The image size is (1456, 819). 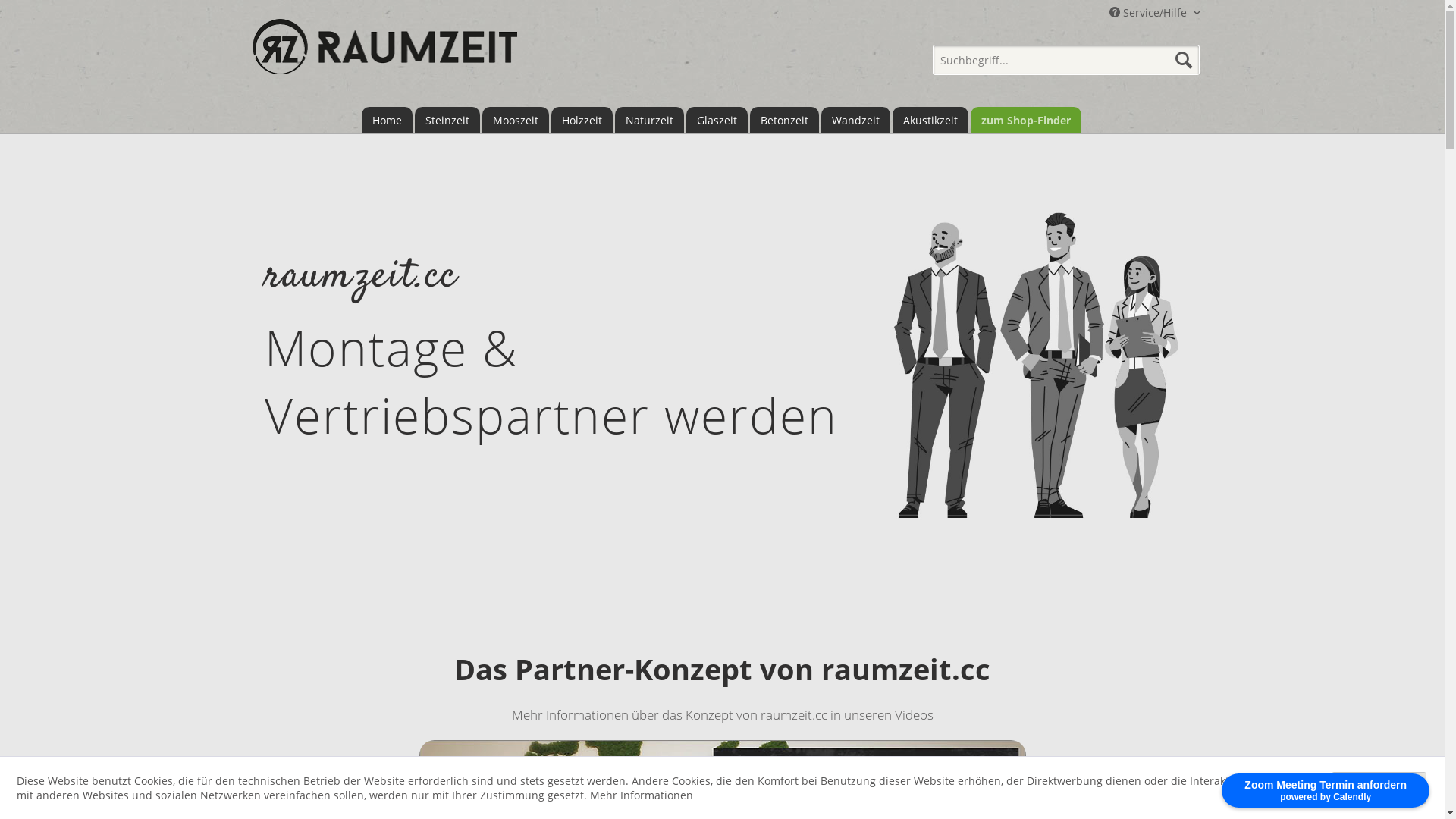 I want to click on 'Mooszeit', so click(x=516, y=119).